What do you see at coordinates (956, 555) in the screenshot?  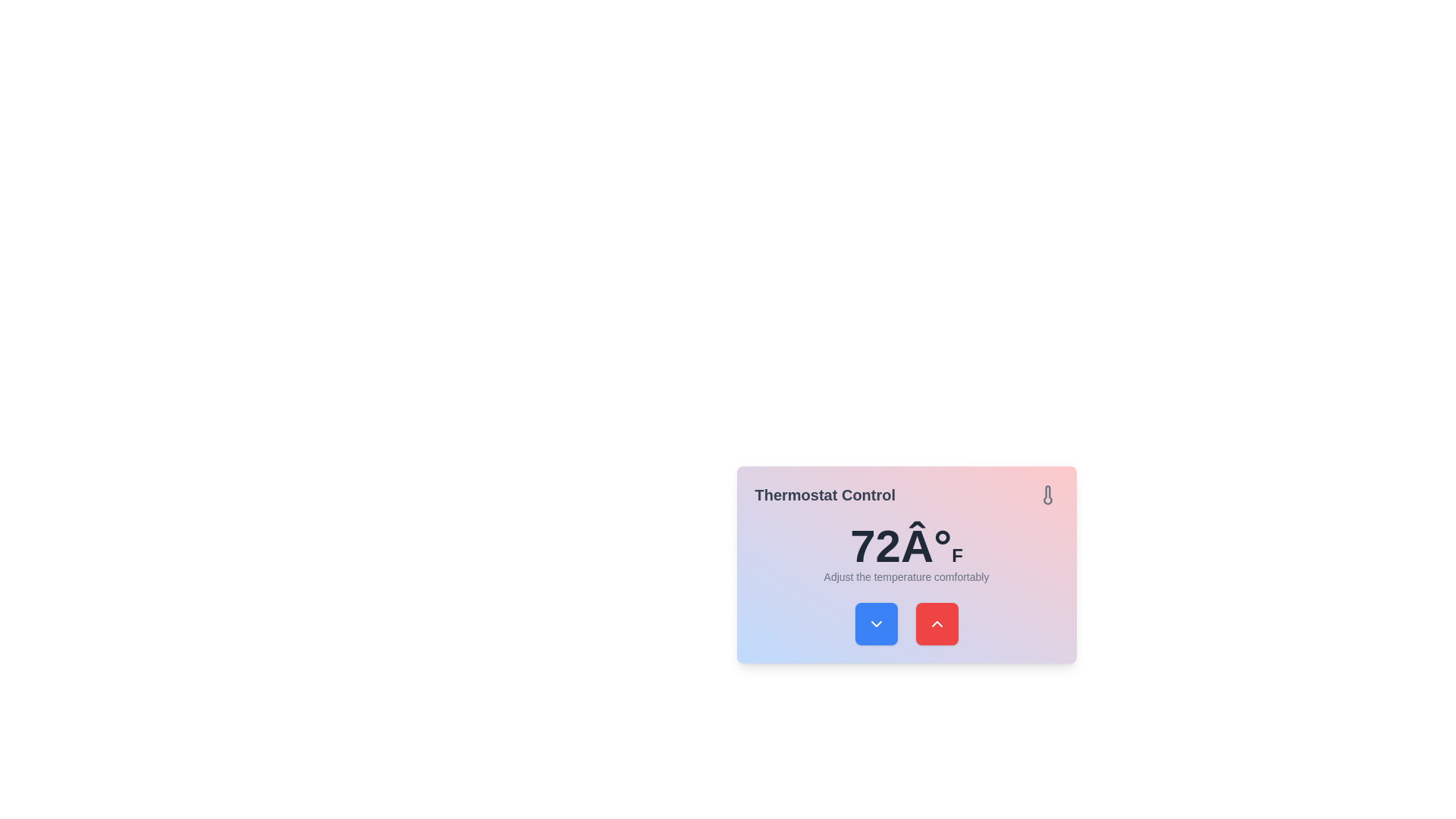 I see `the bold letter 'F' text label, which is right-aligned to the temperature value '72°F' in a card interface` at bounding box center [956, 555].